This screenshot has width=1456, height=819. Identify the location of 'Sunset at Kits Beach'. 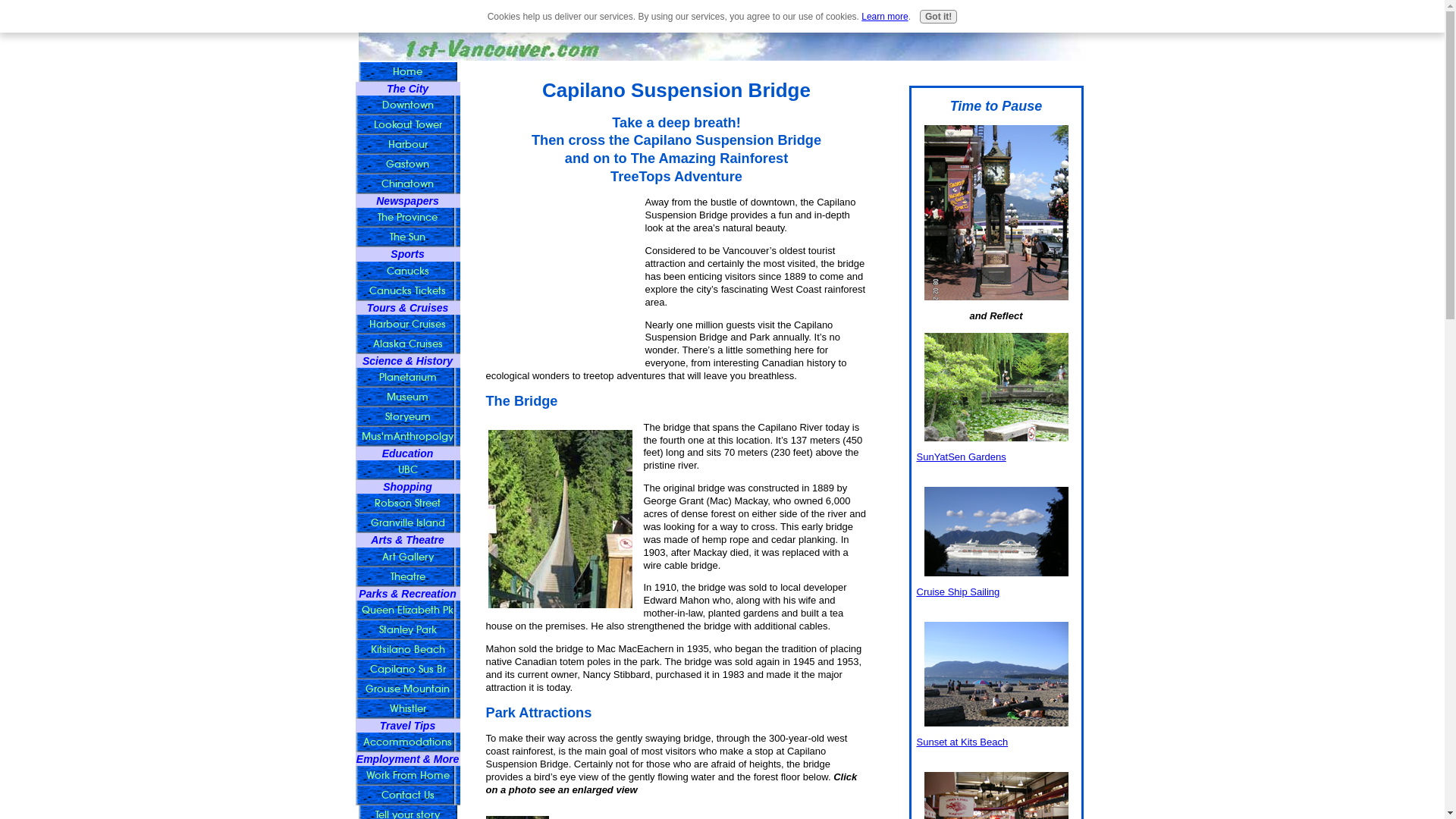
(961, 741).